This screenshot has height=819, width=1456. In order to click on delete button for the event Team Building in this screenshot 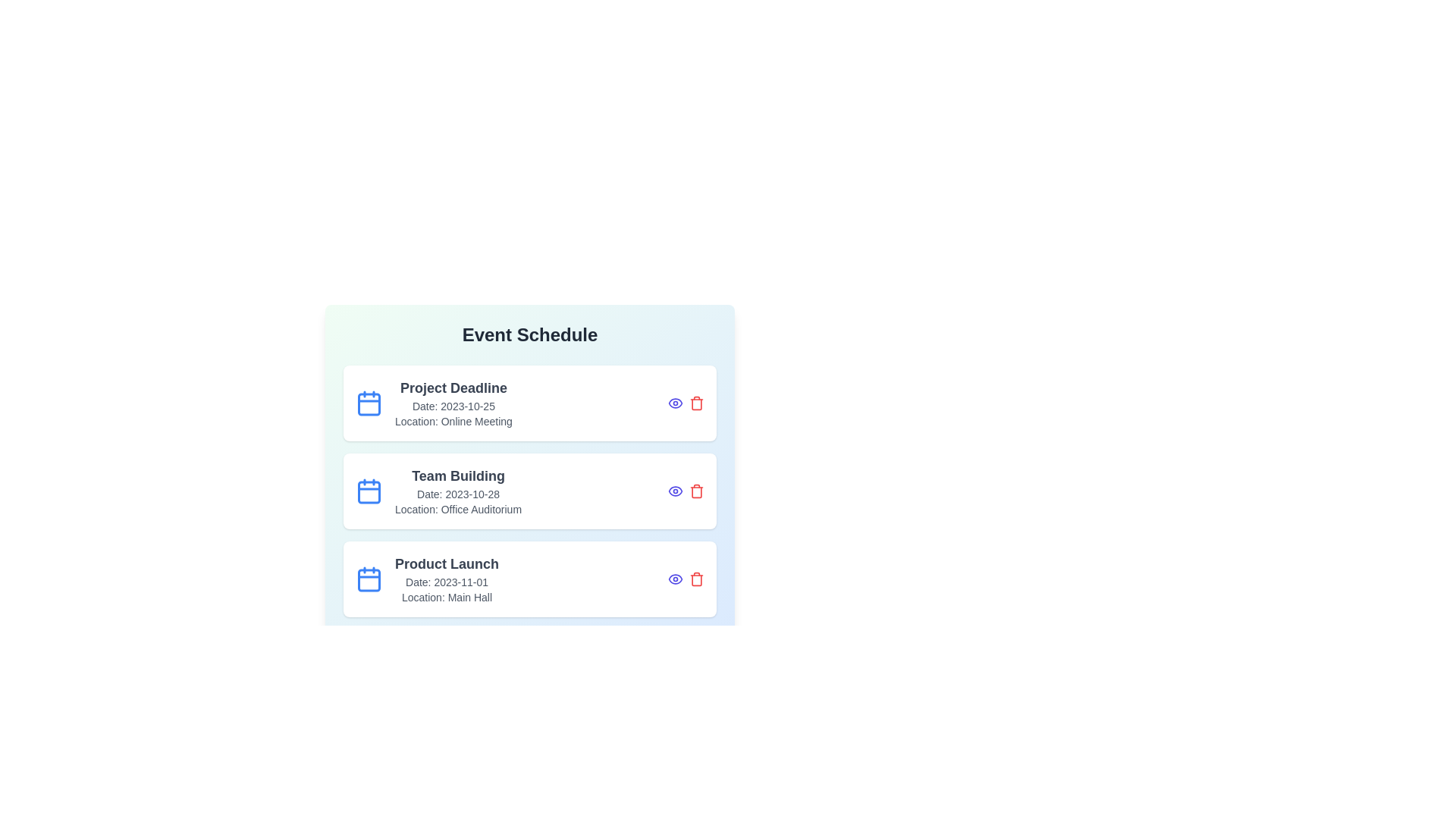, I will do `click(695, 491)`.